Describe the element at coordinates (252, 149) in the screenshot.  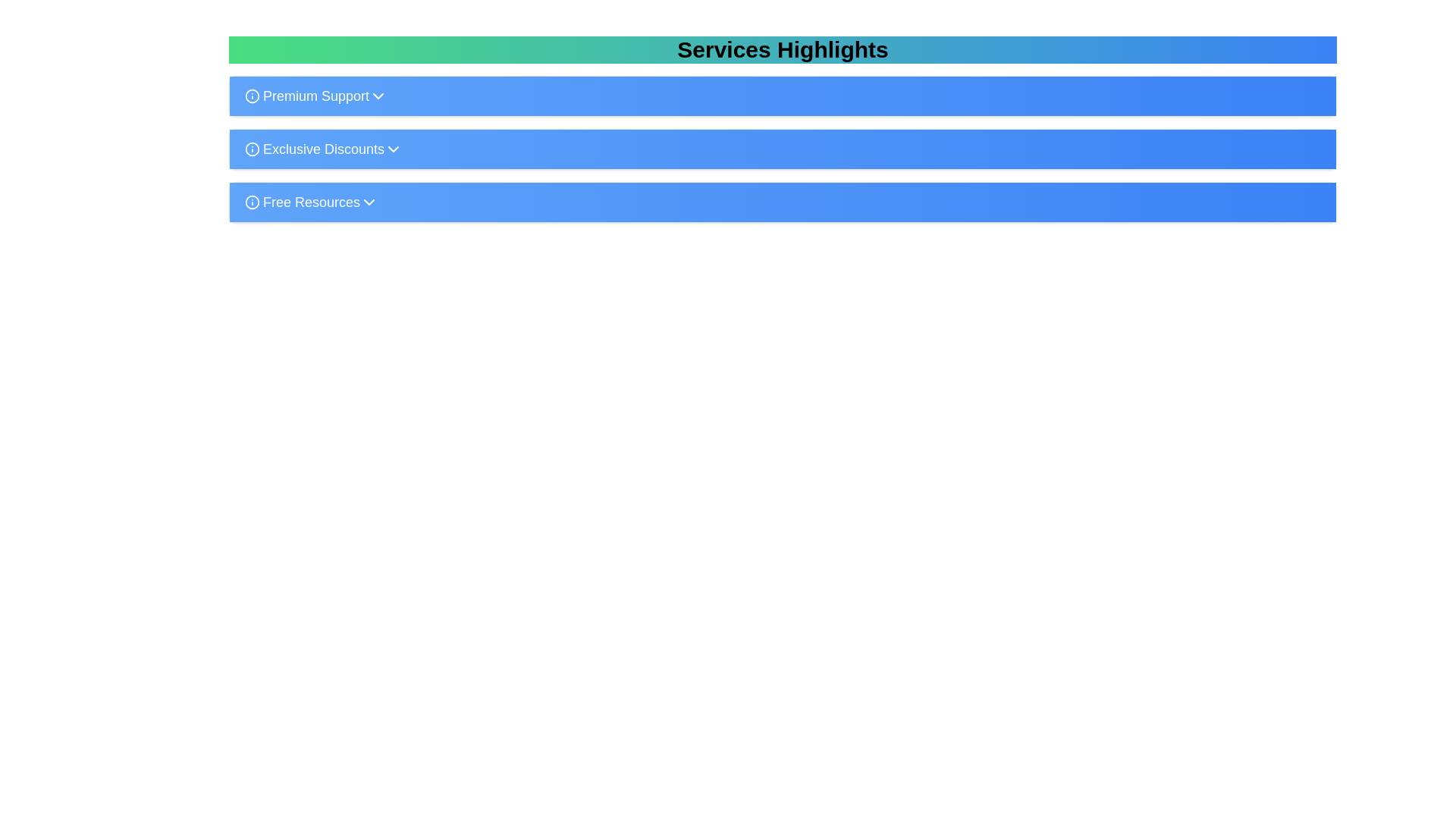
I see `the informational icon located in the second row of the 'Exclusive Discounts' list, positioned to the left of the text and adjacent to the dropdown arrow` at that location.